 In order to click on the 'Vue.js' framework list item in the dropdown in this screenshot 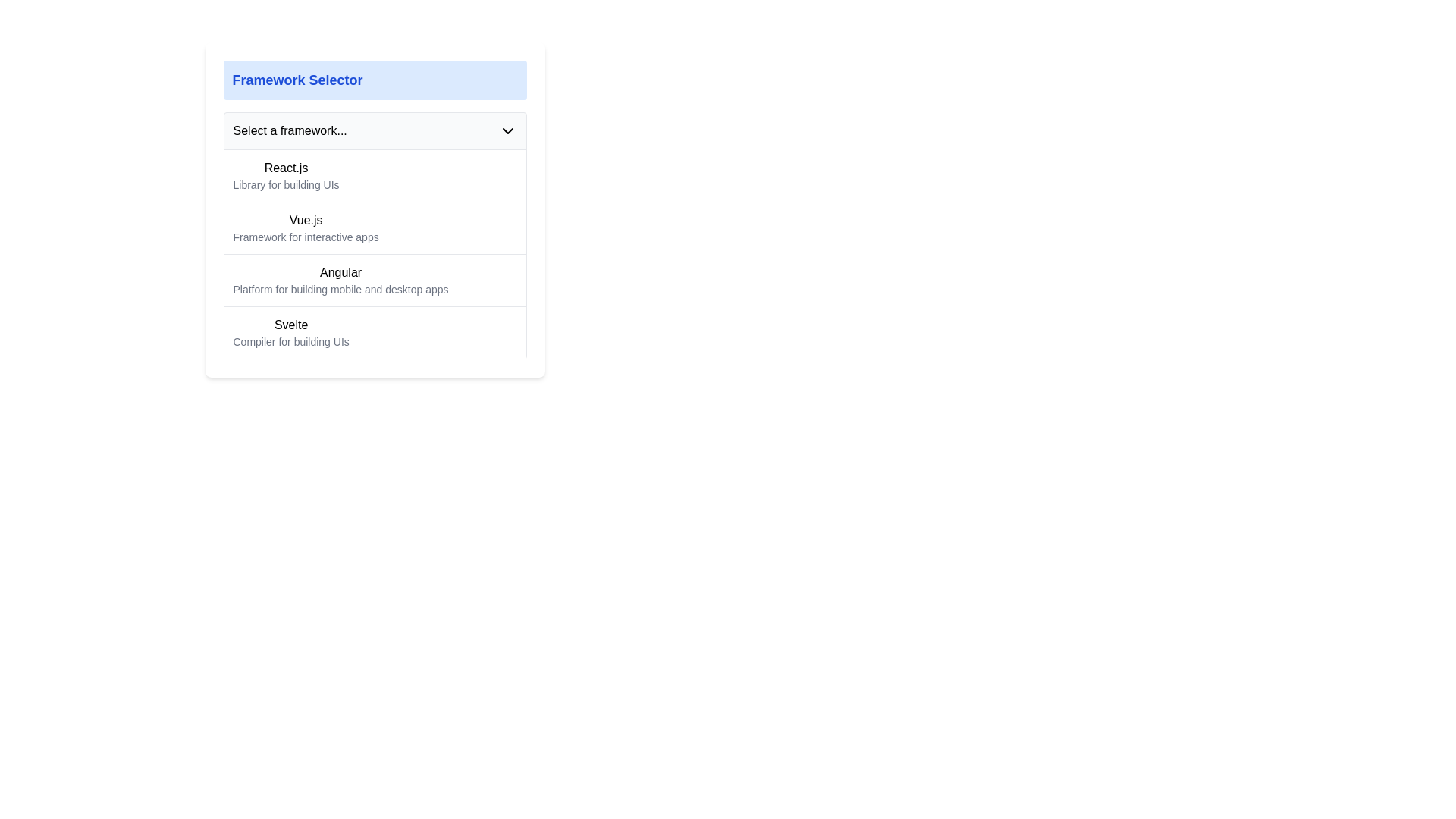, I will do `click(305, 227)`.